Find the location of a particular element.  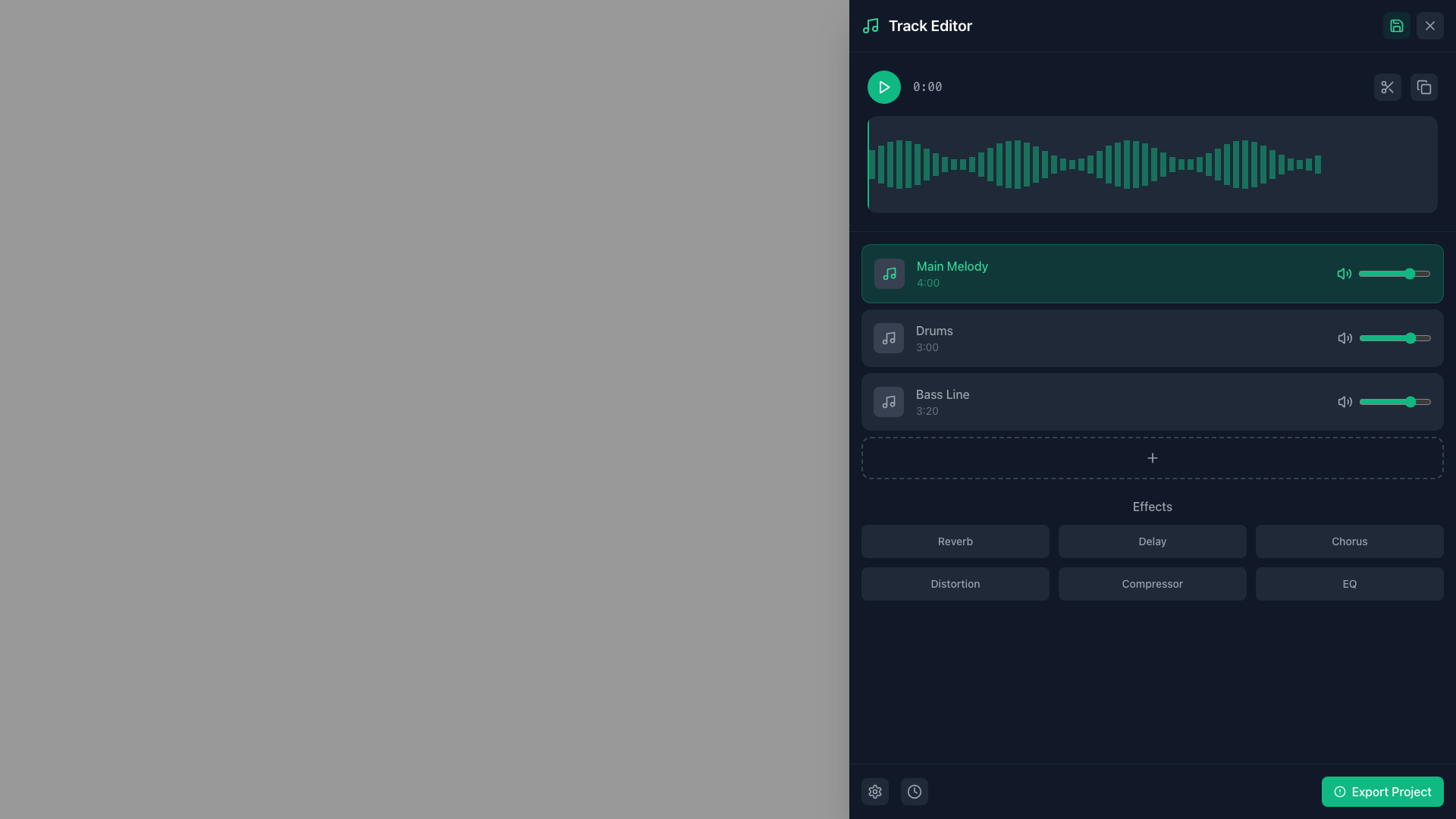

the fourth bar of the graphical waveform segment, which visually represents a segment of the waveform in the waveform display area at the top center of the editor panel is located at coordinates (899, 164).